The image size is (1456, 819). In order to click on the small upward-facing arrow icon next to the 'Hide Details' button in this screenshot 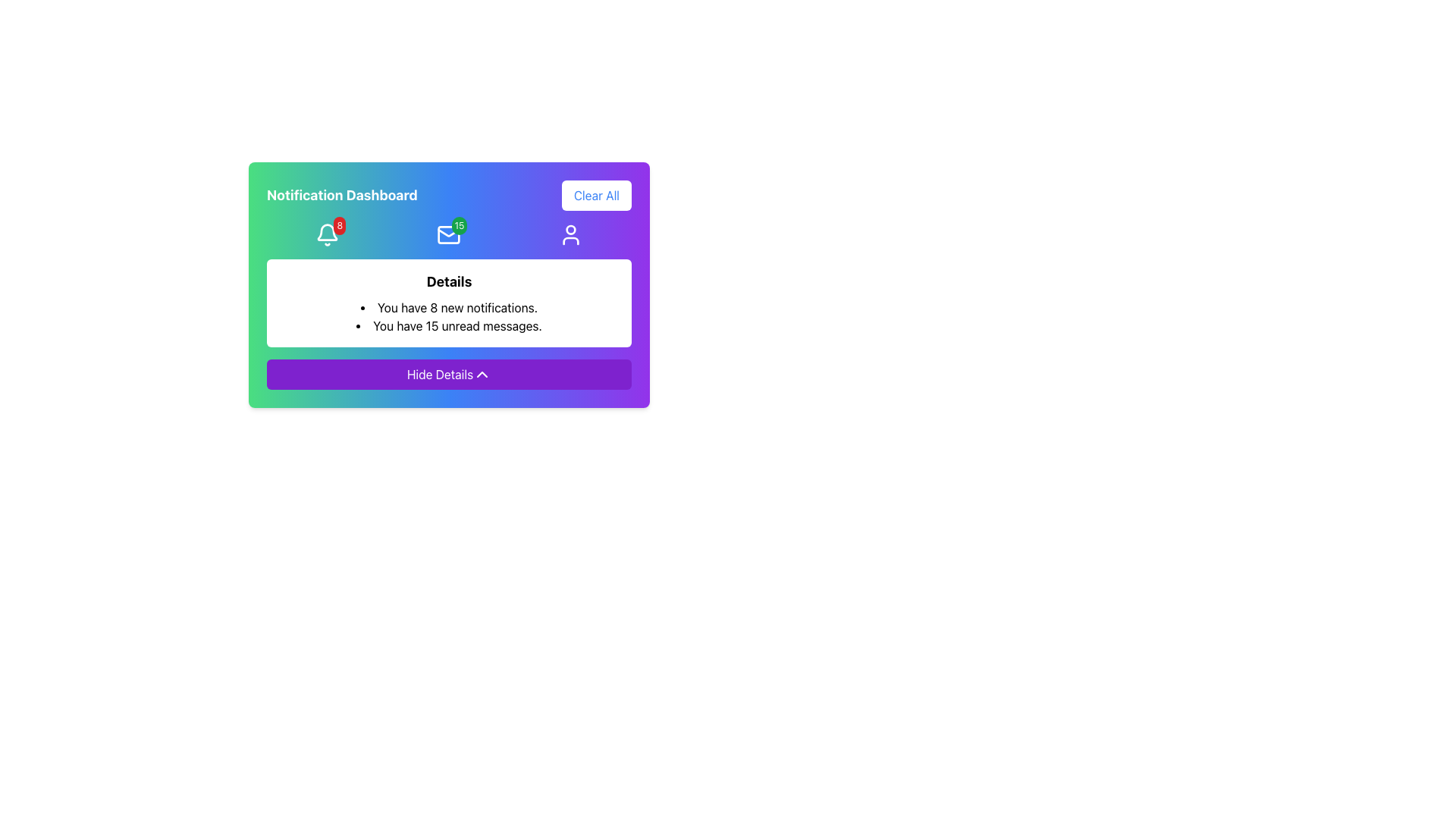, I will do `click(482, 374)`.